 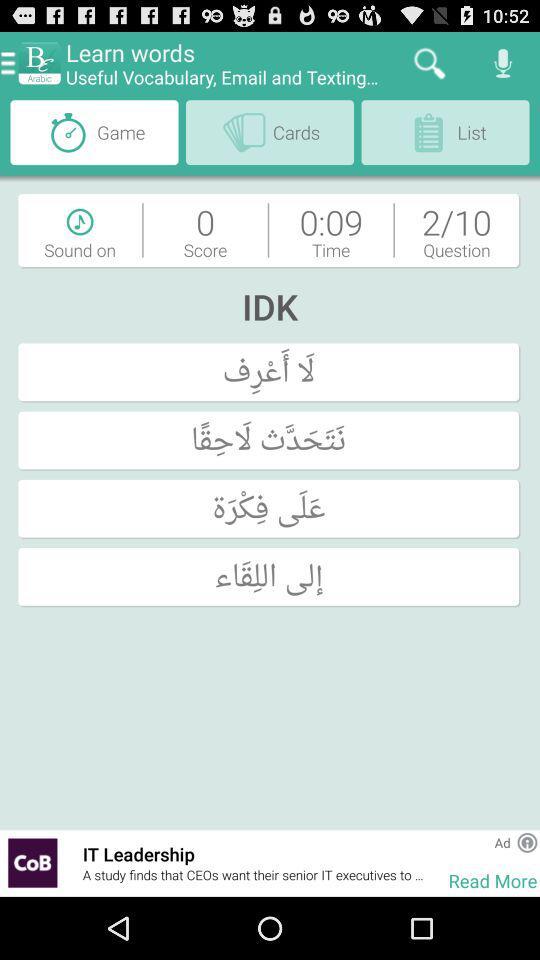 I want to click on open advertisement, so click(x=31, y=862).